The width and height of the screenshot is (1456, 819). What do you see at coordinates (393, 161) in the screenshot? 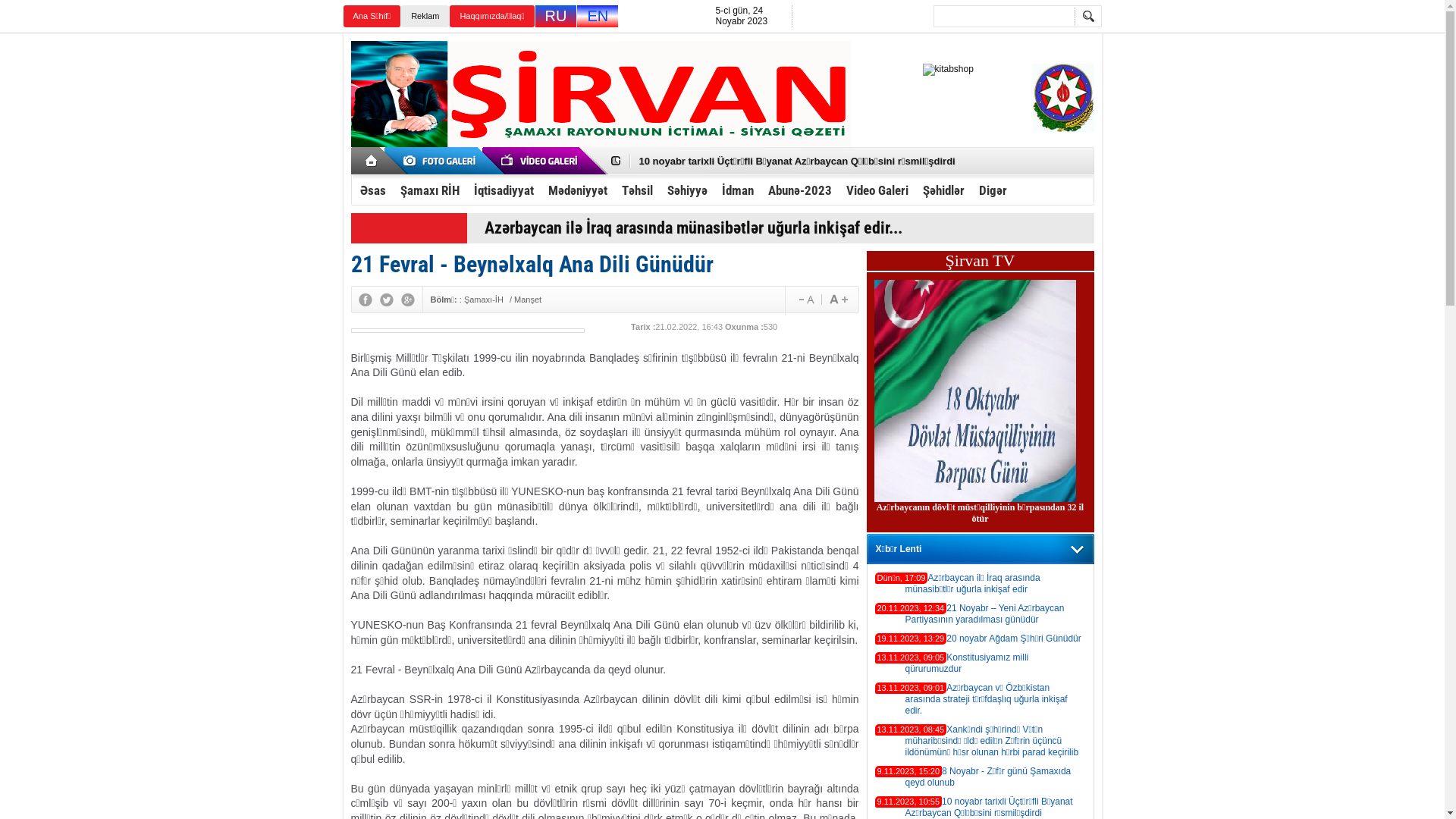
I see `'ELANLAR'` at bounding box center [393, 161].